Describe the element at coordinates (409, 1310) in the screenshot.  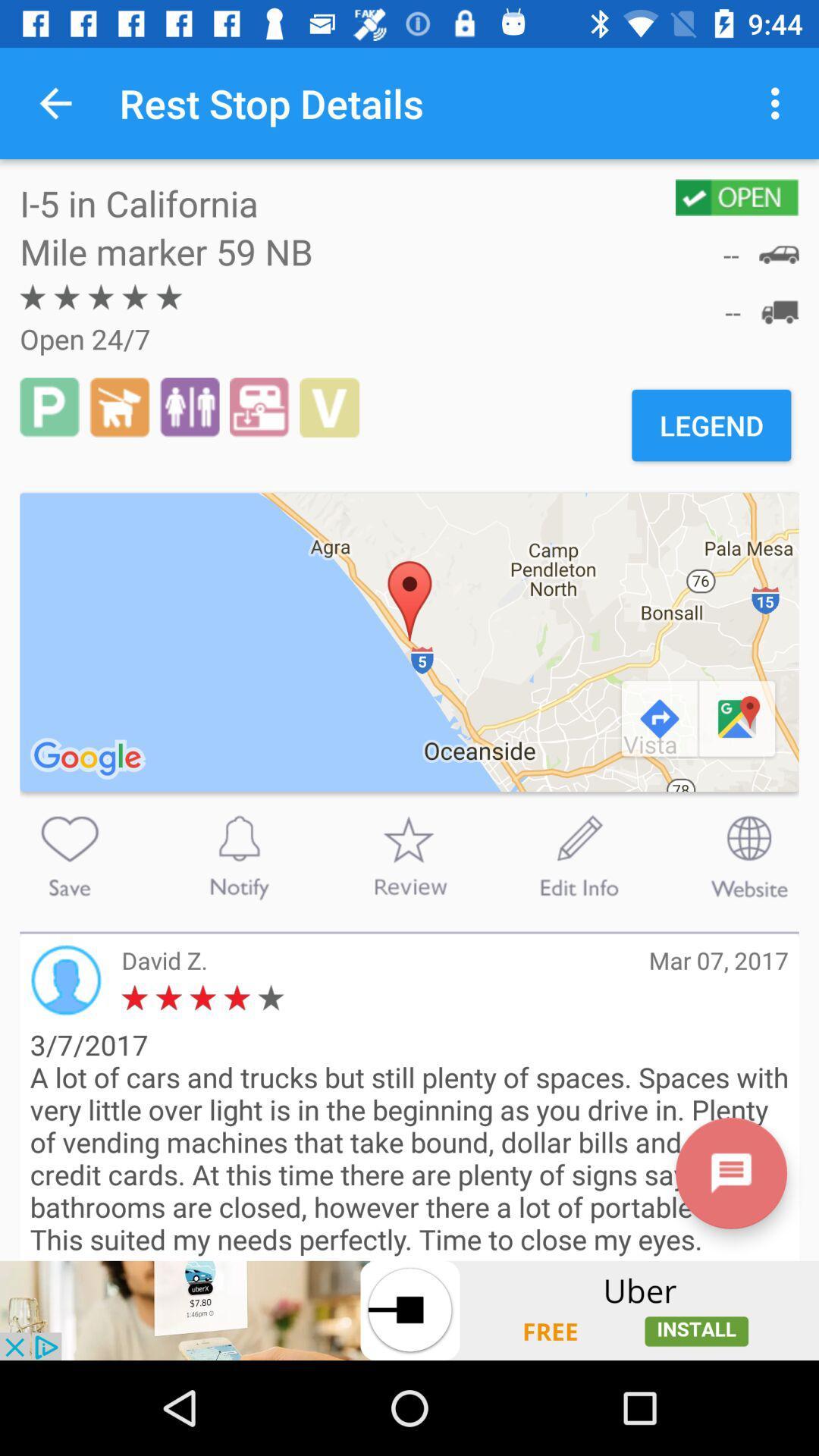
I see `advatisment` at that location.